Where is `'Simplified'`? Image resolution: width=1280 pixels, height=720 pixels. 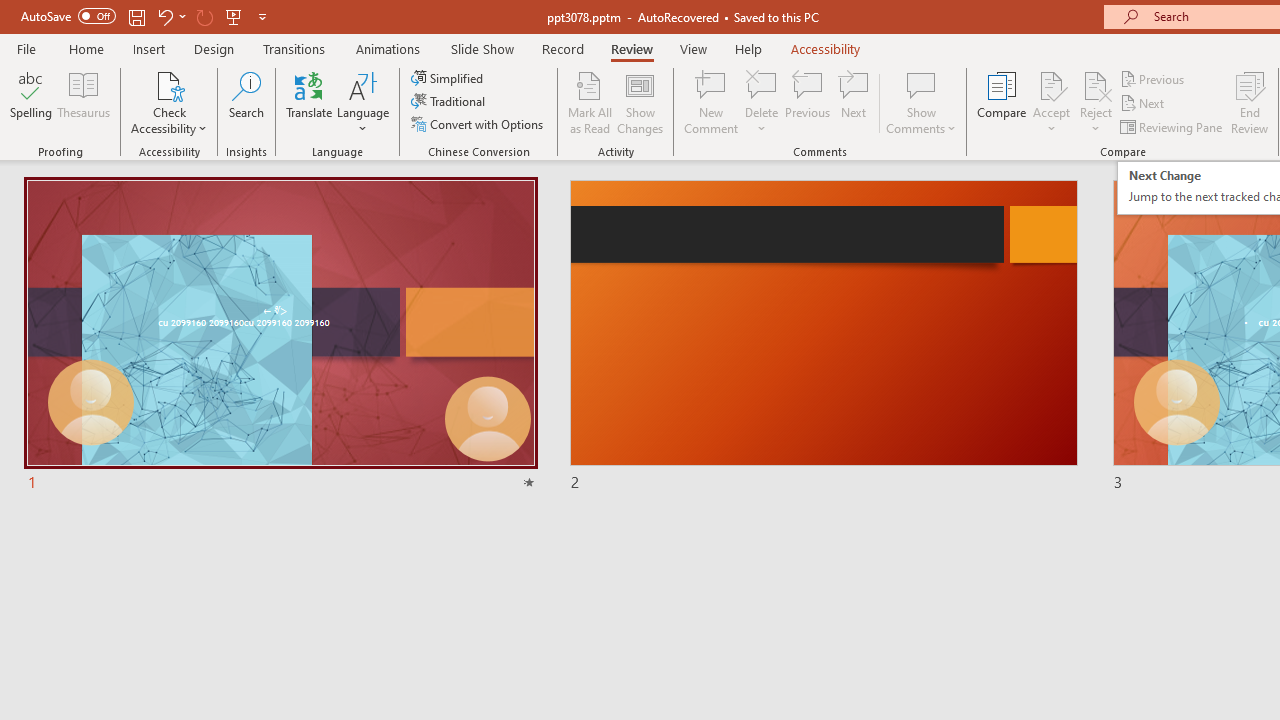 'Simplified' is located at coordinates (448, 77).